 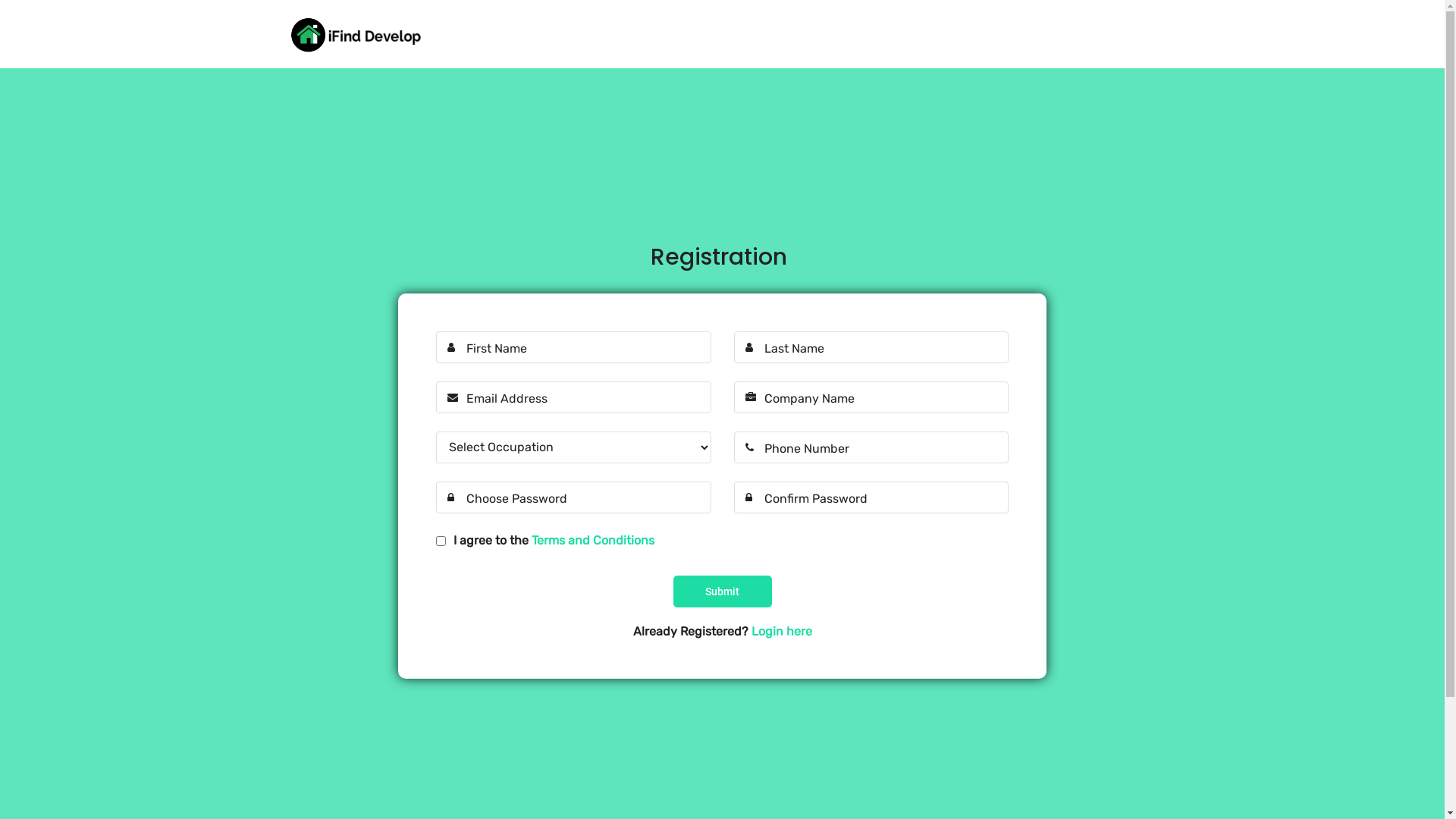 I want to click on 'Submit', so click(x=722, y=590).